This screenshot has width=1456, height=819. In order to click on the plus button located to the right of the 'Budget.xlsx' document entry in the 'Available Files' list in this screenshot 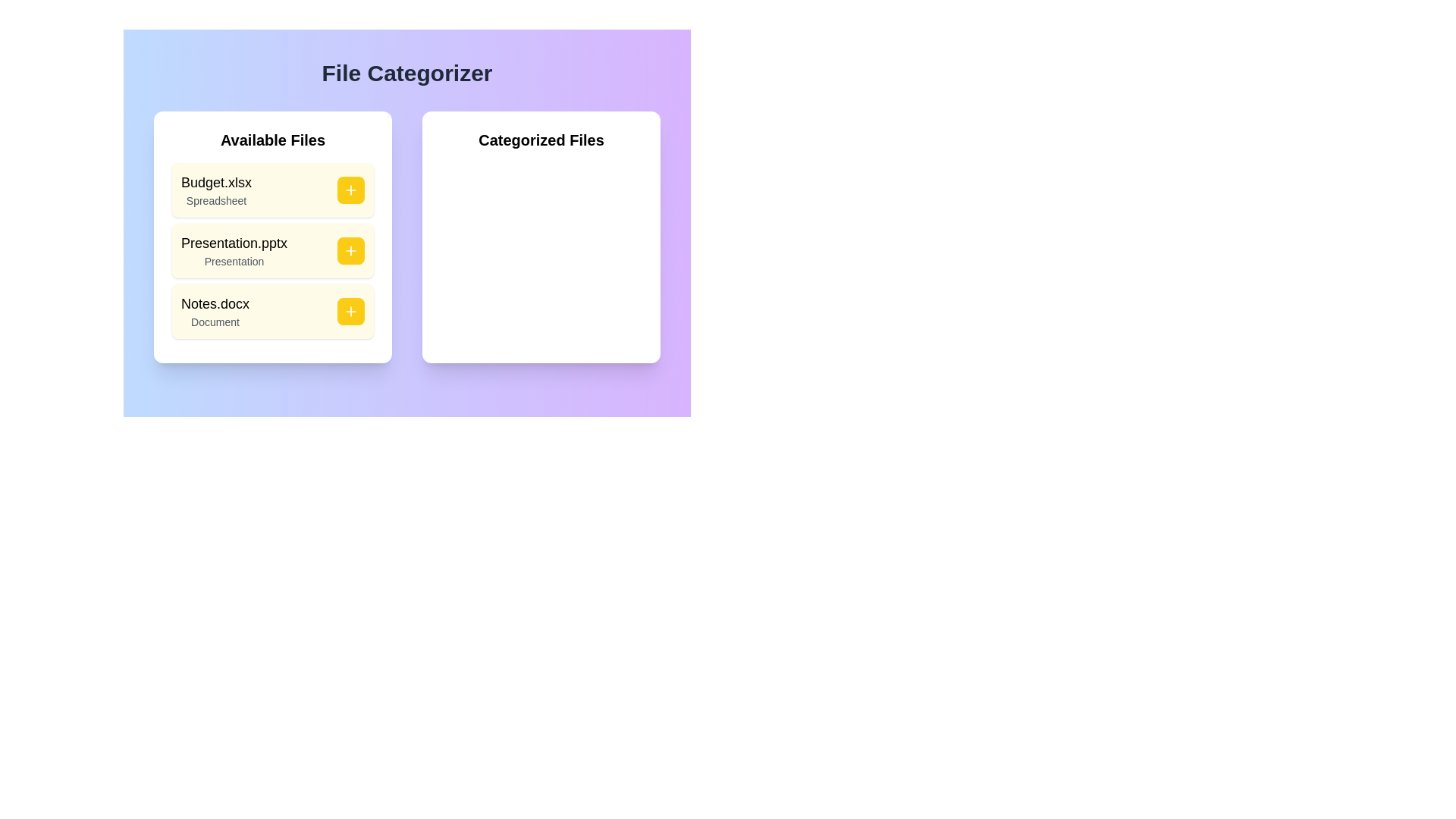, I will do `click(350, 189)`.